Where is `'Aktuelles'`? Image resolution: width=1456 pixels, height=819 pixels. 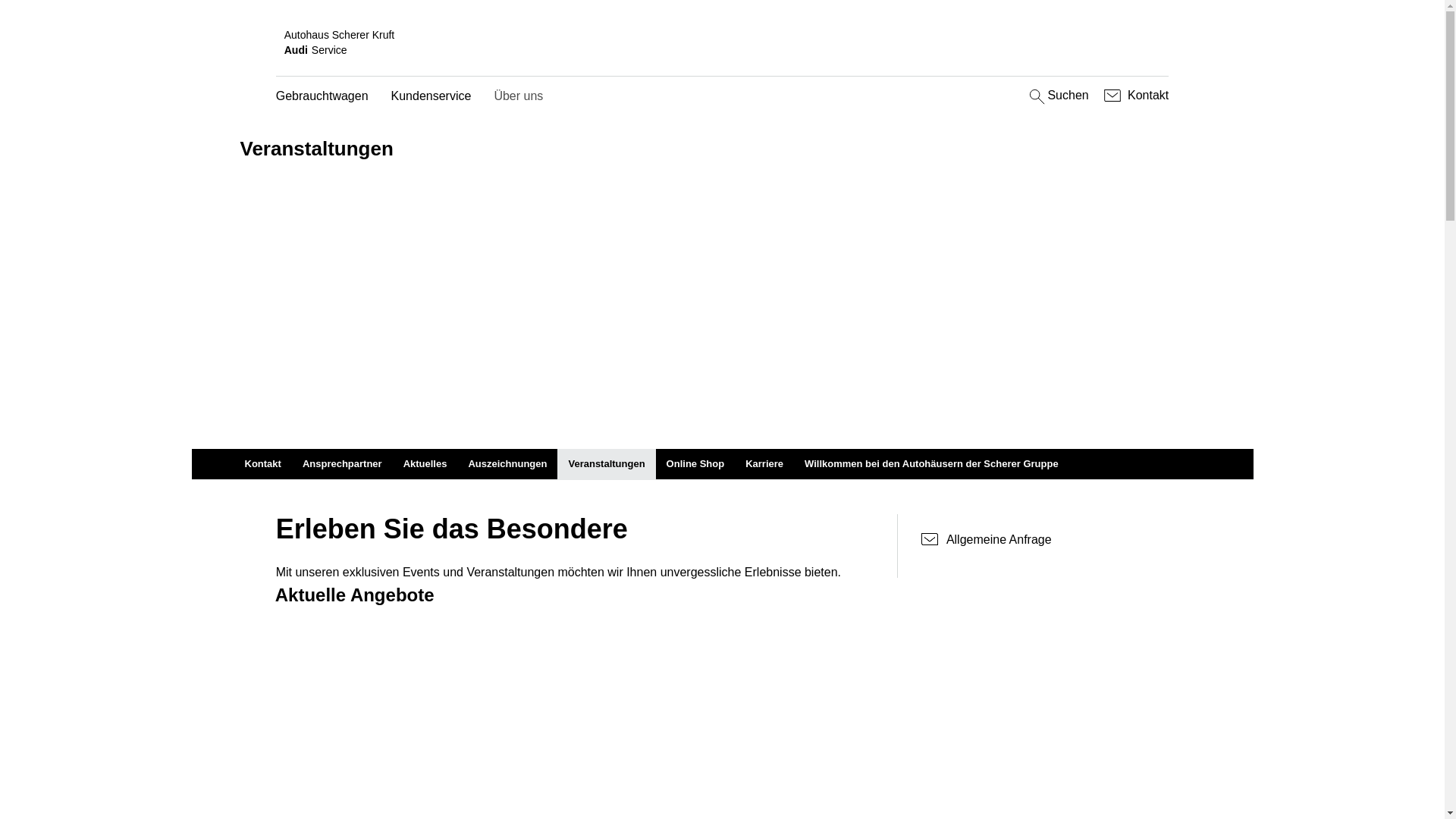 'Aktuelles' is located at coordinates (393, 463).